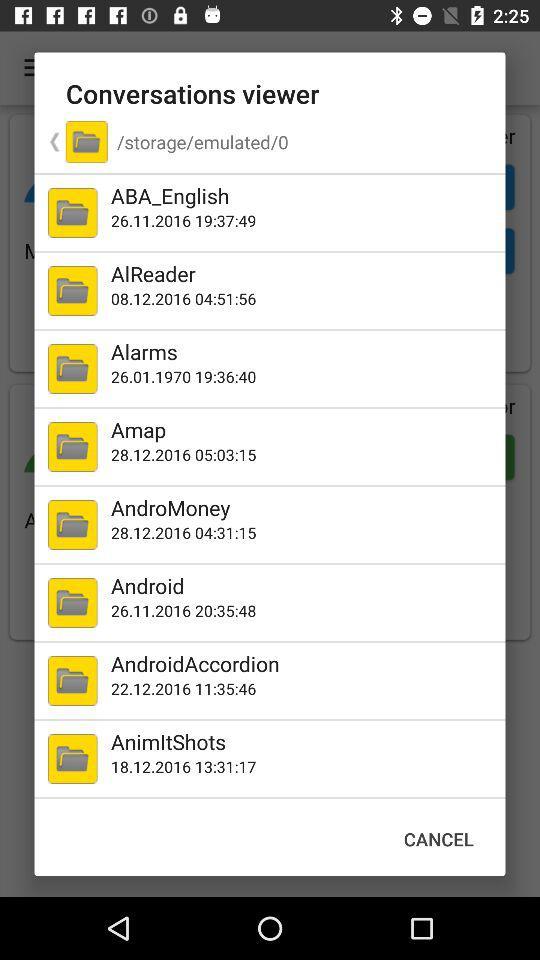 This screenshot has width=540, height=960. Describe the element at coordinates (303, 195) in the screenshot. I see `the aba_english icon` at that location.